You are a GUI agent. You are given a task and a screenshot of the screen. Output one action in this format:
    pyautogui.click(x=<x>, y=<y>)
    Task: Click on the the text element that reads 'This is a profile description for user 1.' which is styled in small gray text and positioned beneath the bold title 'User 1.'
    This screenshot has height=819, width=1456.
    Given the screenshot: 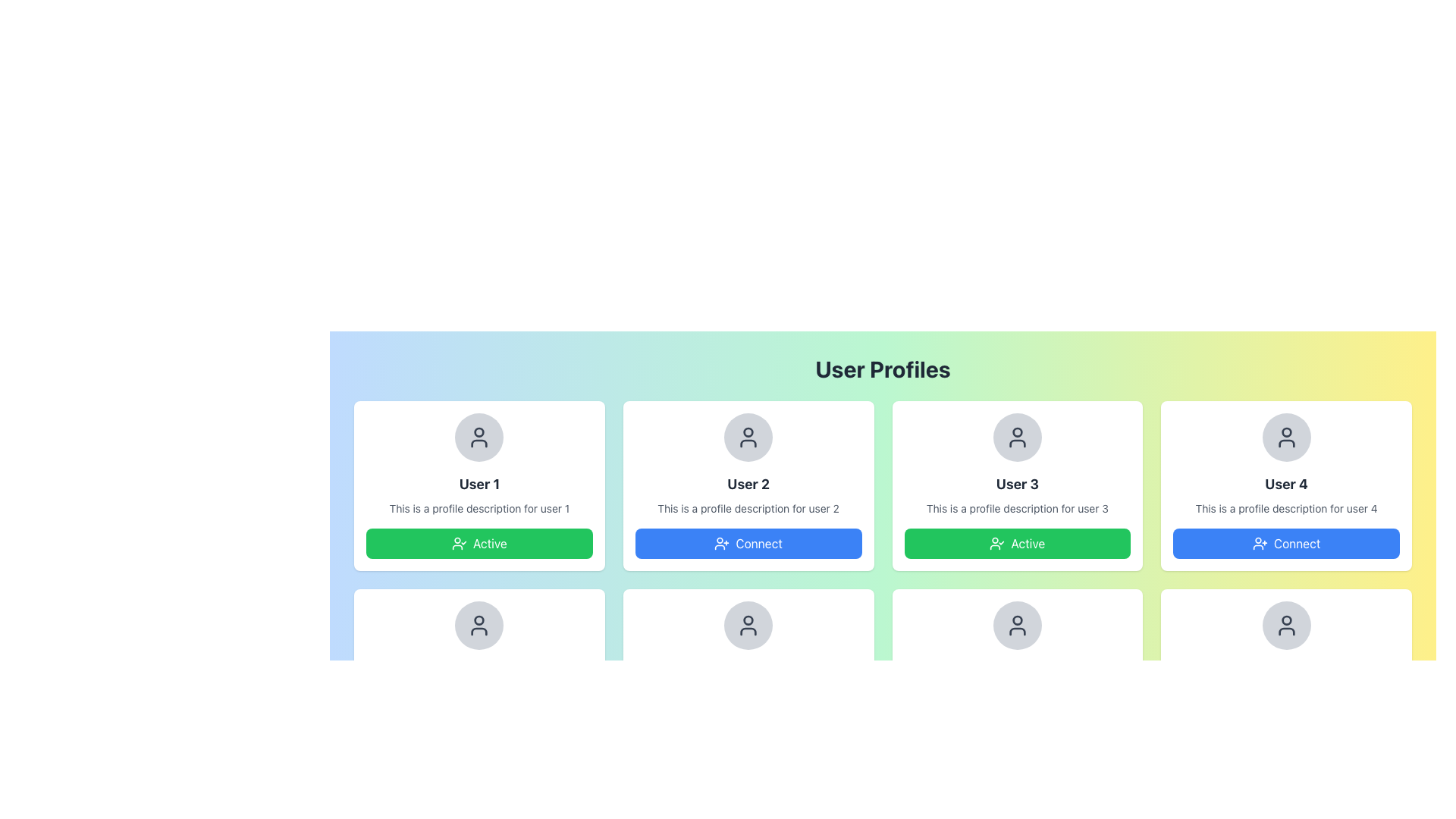 What is the action you would take?
    pyautogui.click(x=479, y=509)
    